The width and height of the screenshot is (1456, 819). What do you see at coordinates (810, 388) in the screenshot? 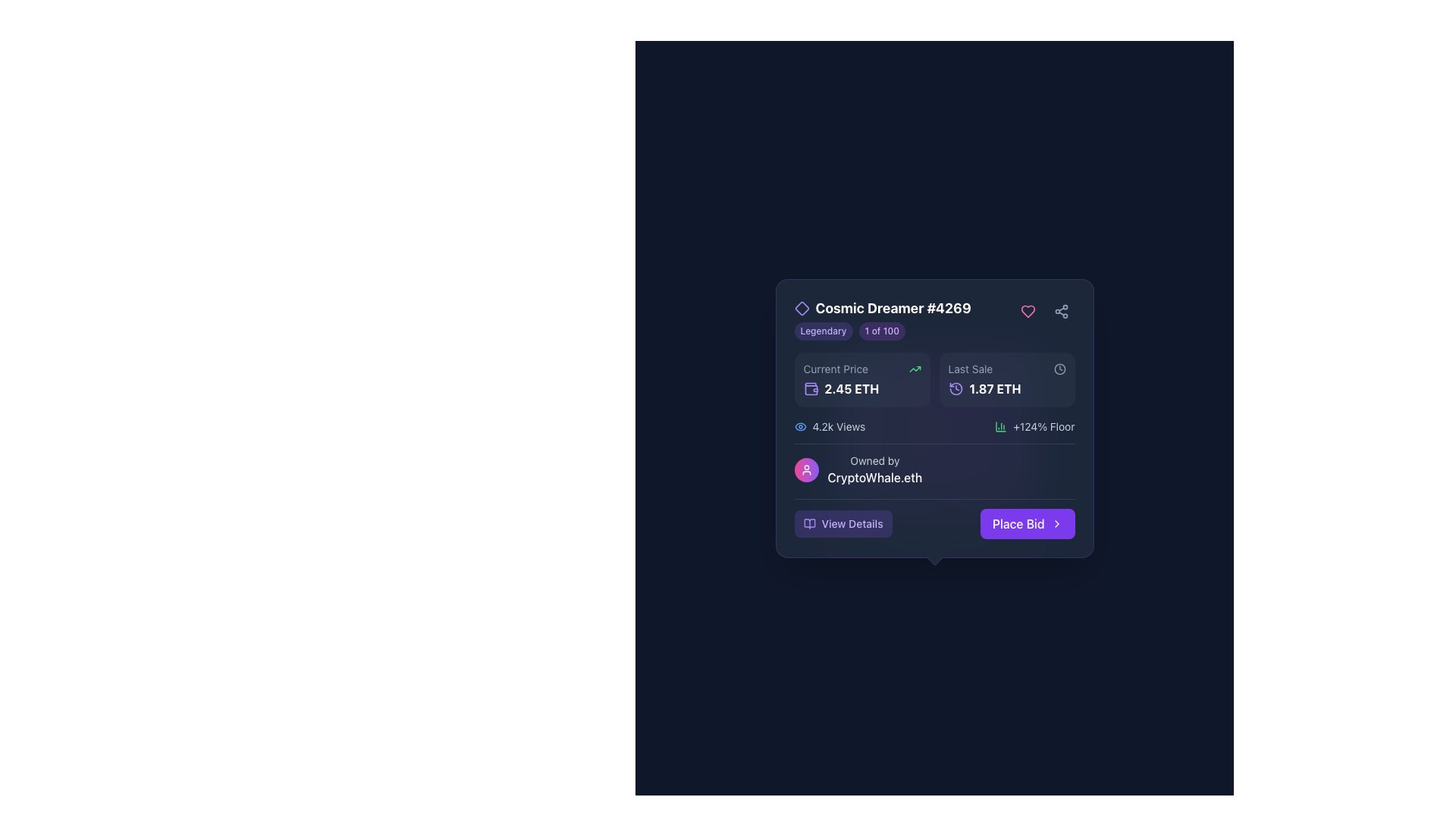
I see `the wallet icon with a violet outline, positioned to the left of the text '2.45 ETH' in the upper left section of the card-like component` at bounding box center [810, 388].